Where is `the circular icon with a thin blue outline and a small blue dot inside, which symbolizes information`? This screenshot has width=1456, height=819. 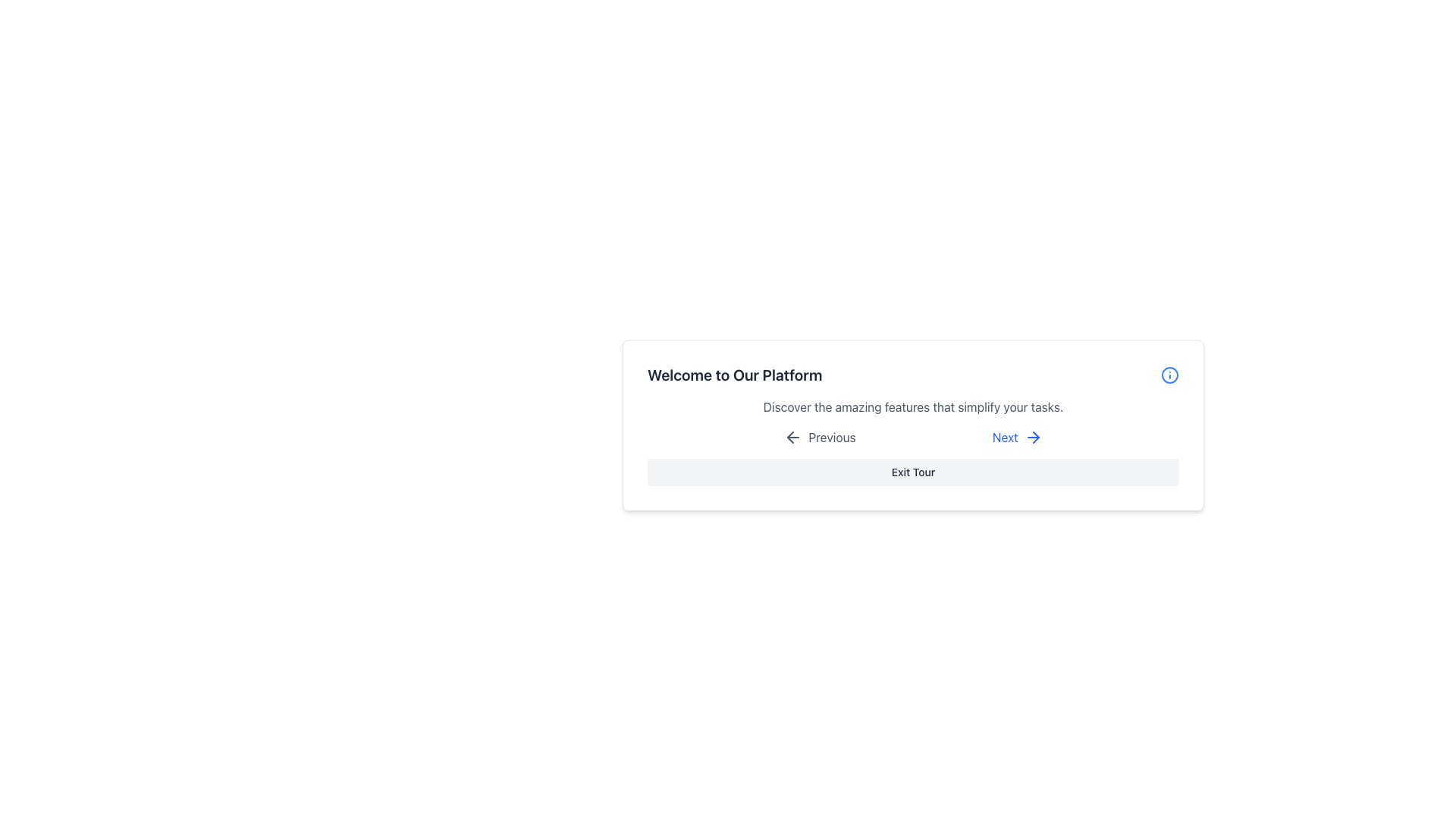 the circular icon with a thin blue outline and a small blue dot inside, which symbolizes information is located at coordinates (1169, 375).